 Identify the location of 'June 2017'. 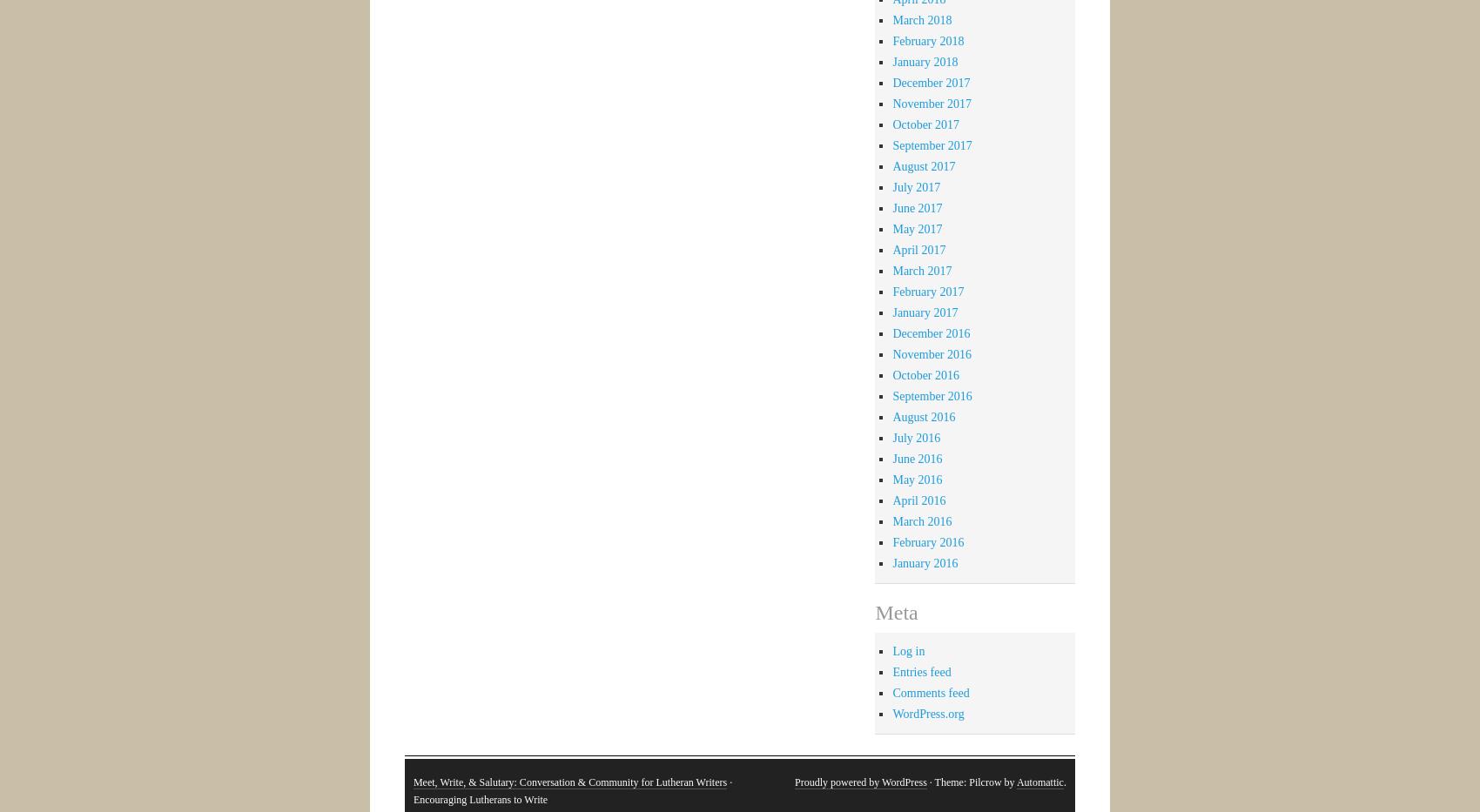
(916, 206).